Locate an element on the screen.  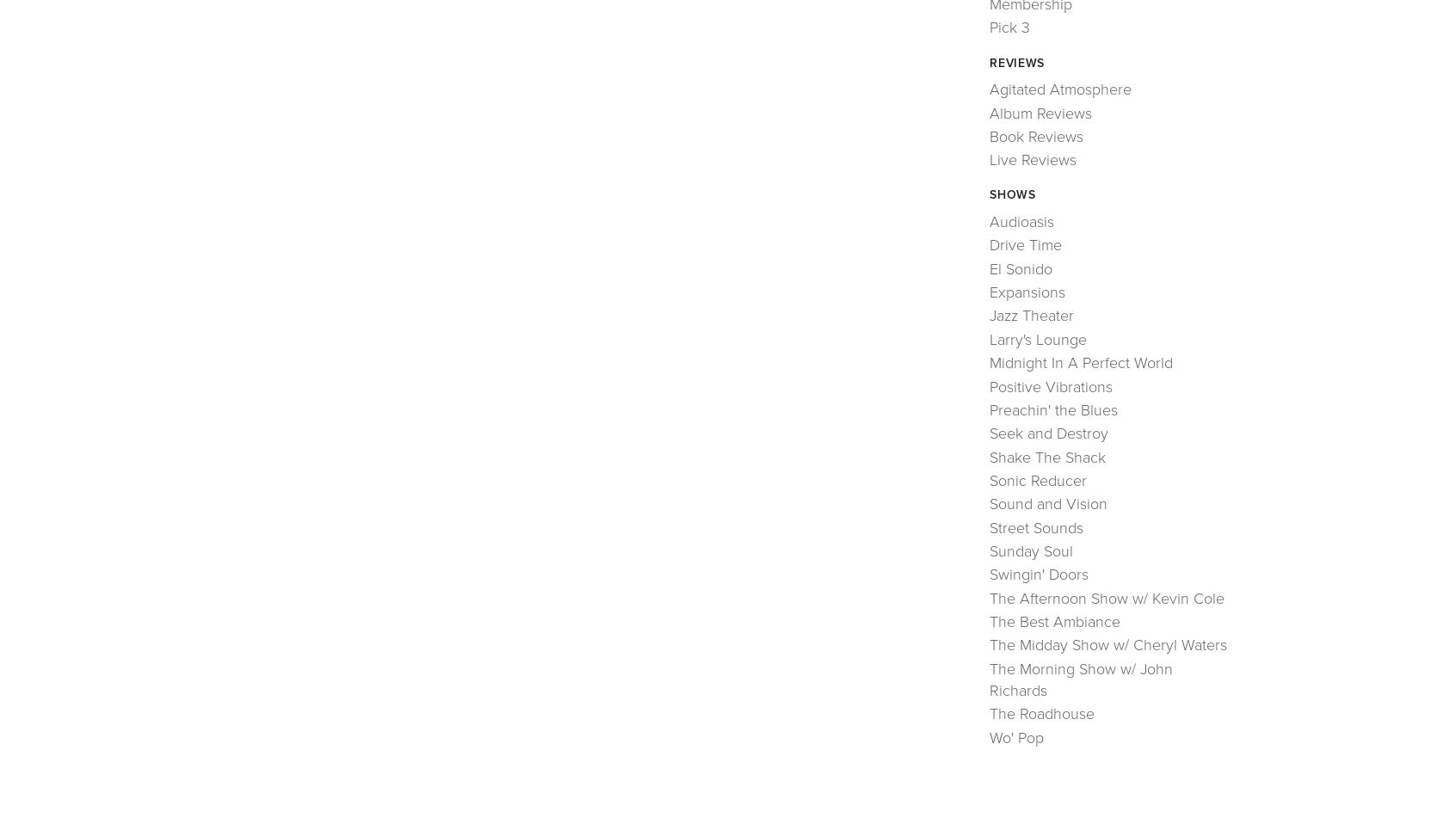
'Expansions' is located at coordinates (1027, 292).